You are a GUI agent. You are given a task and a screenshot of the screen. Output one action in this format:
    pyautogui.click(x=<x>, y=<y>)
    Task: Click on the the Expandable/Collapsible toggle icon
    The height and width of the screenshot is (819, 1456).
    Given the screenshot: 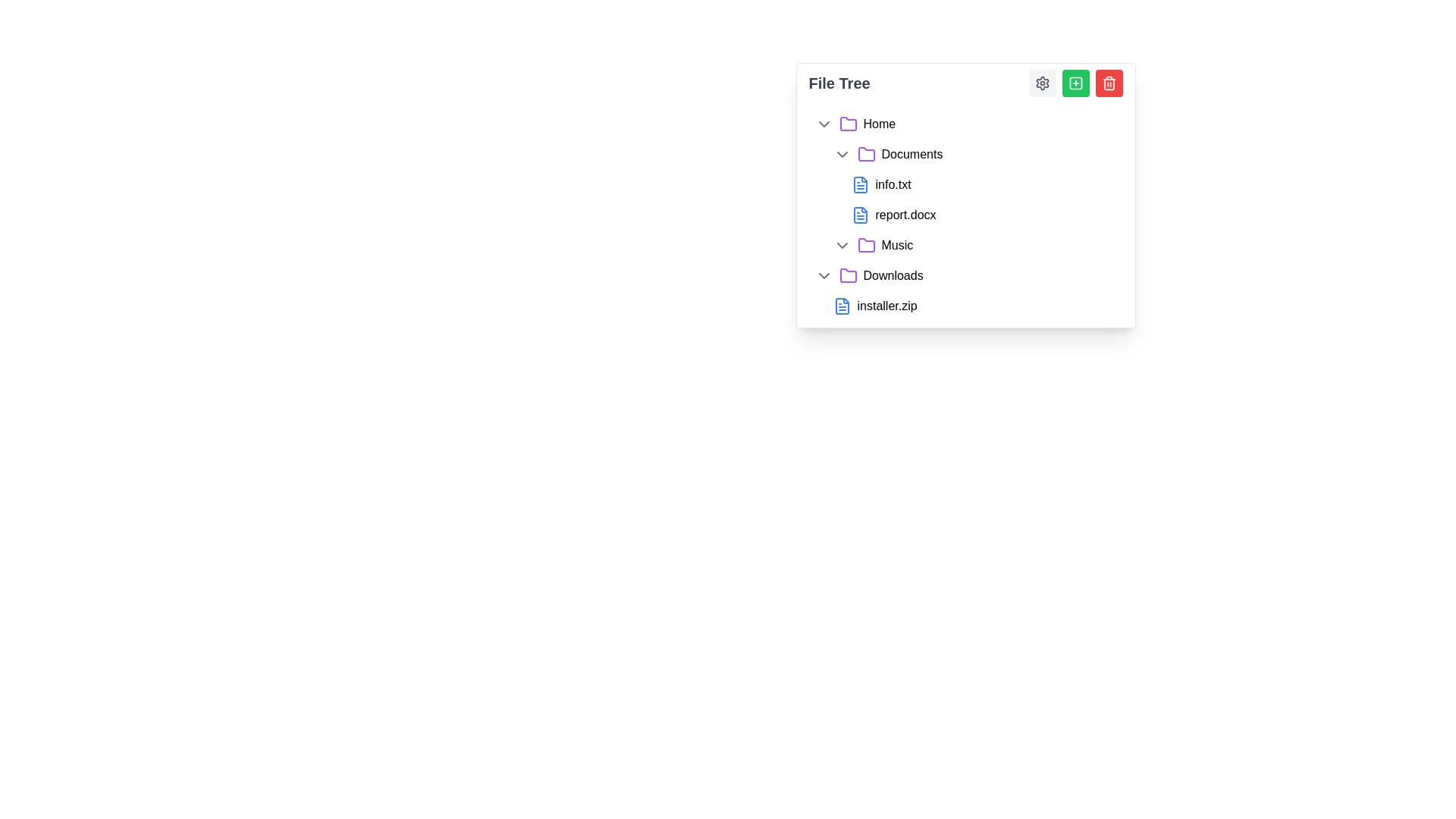 What is the action you would take?
    pyautogui.click(x=823, y=275)
    